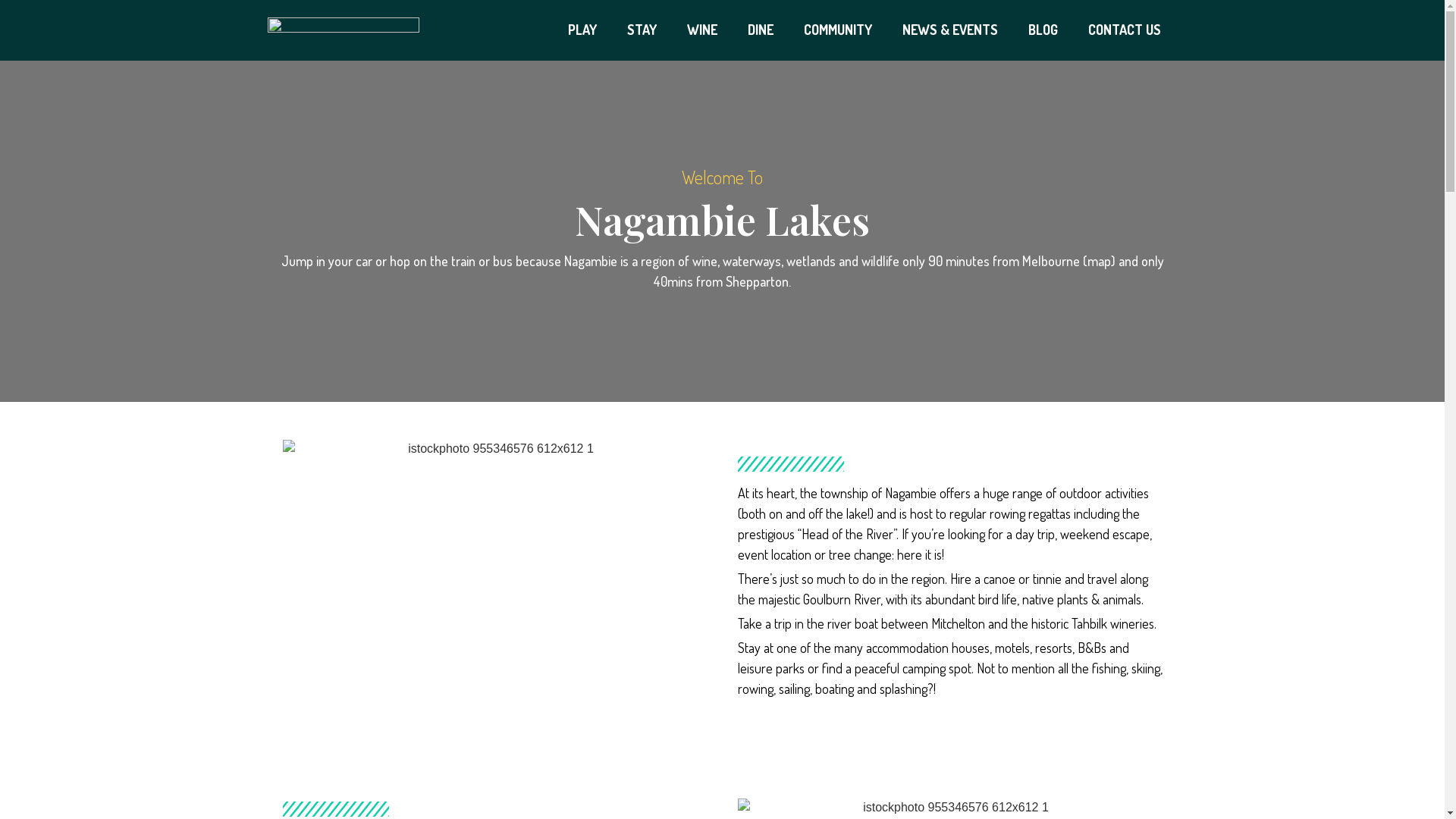 The height and width of the screenshot is (819, 1456). What do you see at coordinates (552, 30) in the screenshot?
I see `'PLAY'` at bounding box center [552, 30].